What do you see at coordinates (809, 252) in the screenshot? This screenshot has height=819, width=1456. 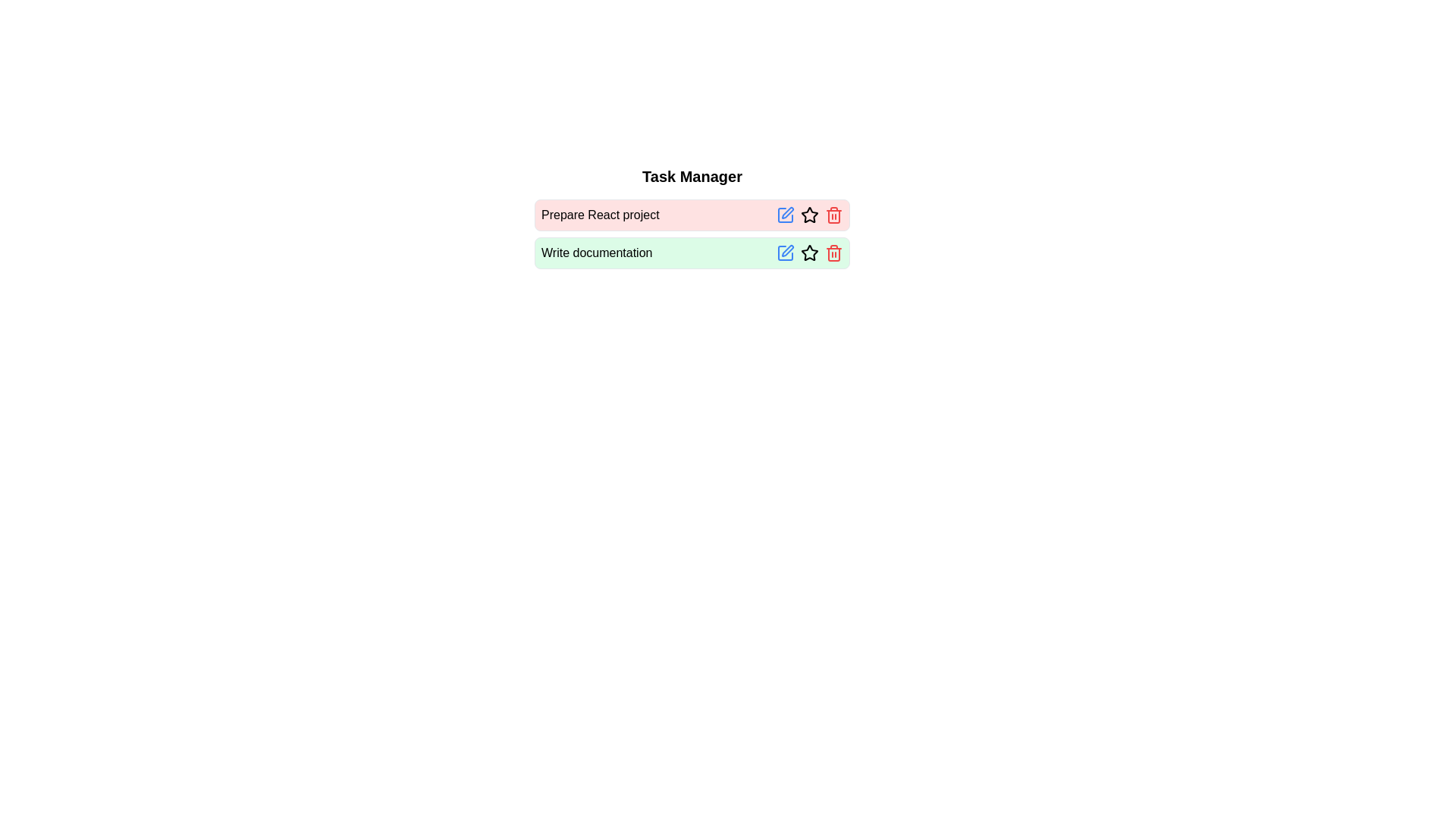 I see `the star icon with a hollow center, outlined in black, located to the right of the task titled 'Write documentation'` at bounding box center [809, 252].